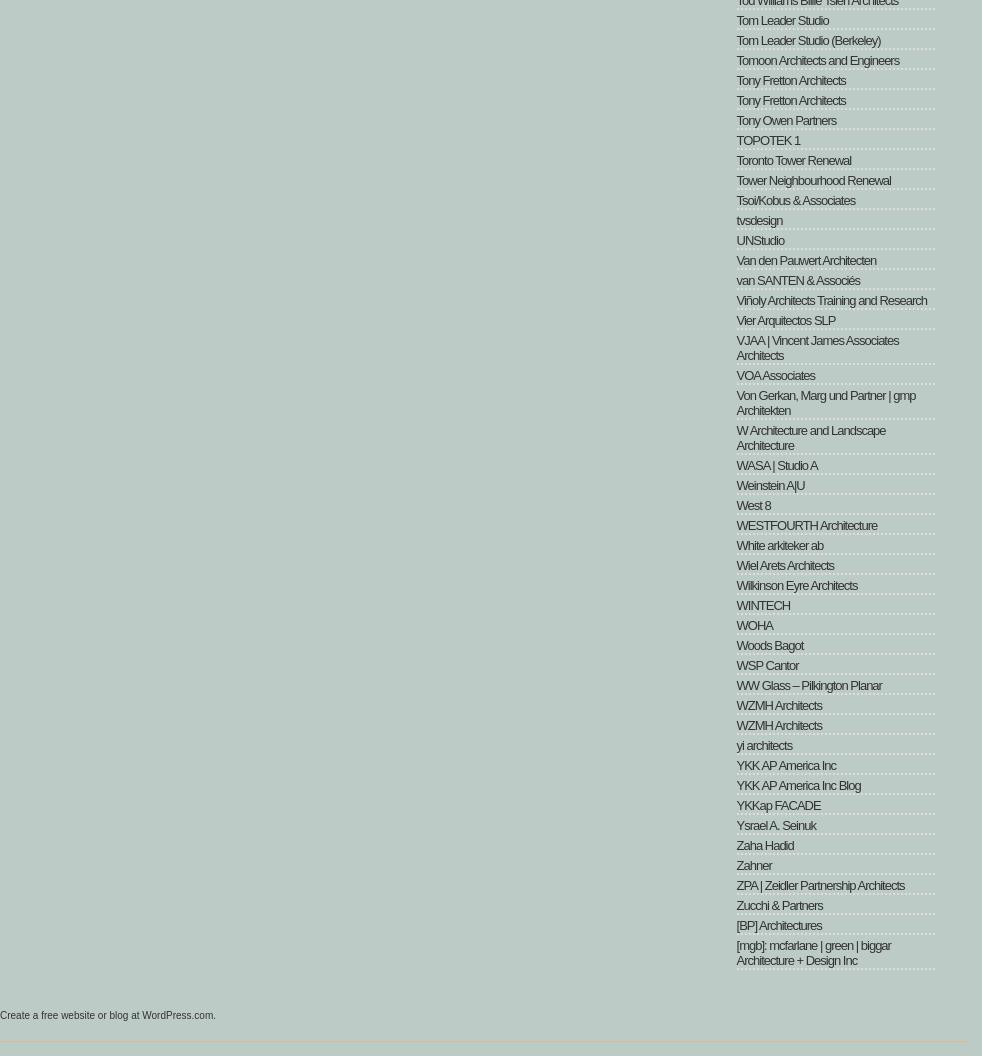 This screenshot has width=982, height=1056. Describe the element at coordinates (785, 320) in the screenshot. I see `'Vier Arquitectos SLP'` at that location.